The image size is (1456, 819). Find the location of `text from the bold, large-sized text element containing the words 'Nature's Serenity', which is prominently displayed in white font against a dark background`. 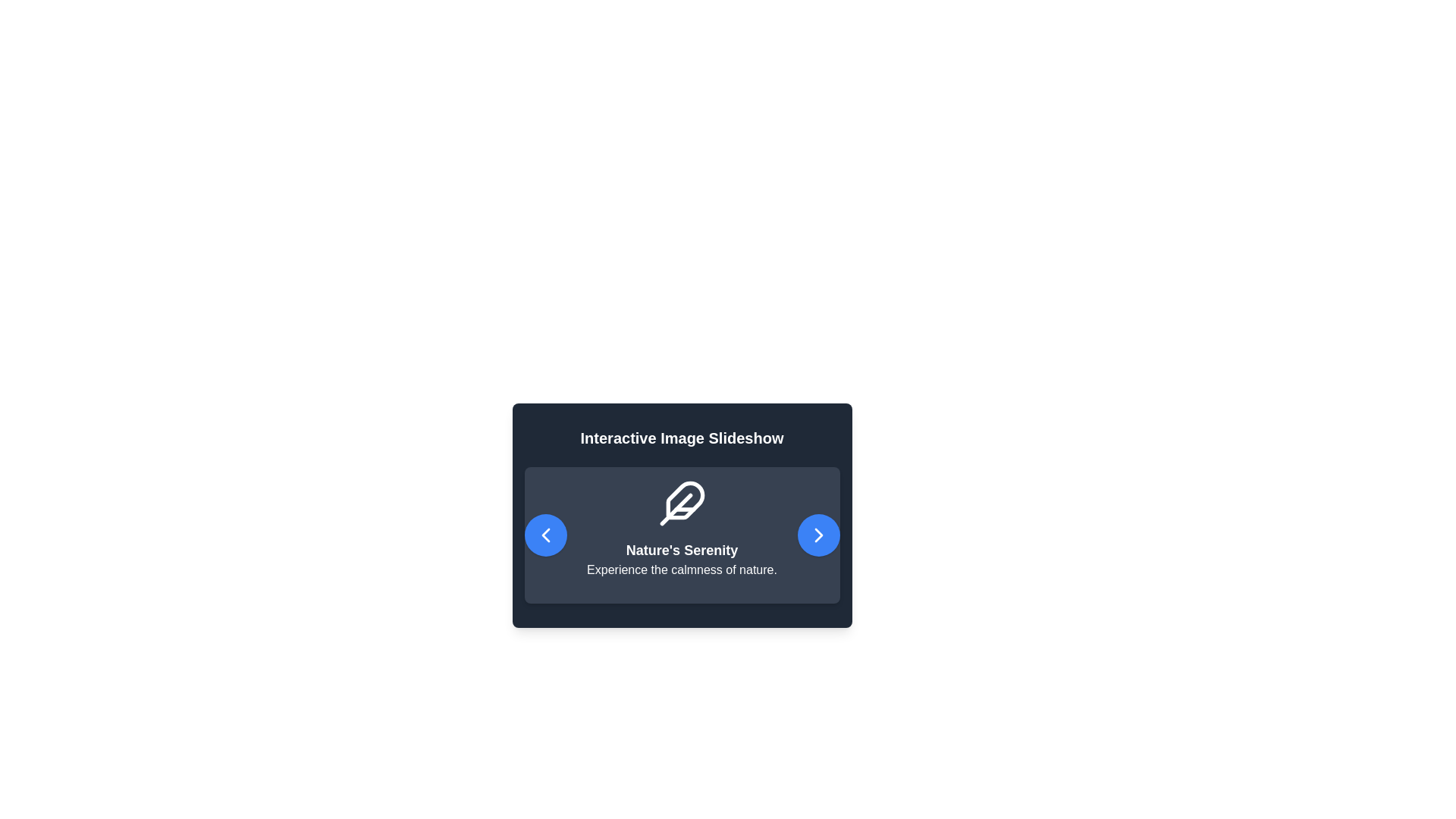

text from the bold, large-sized text element containing the words 'Nature's Serenity', which is prominently displayed in white font against a dark background is located at coordinates (681, 550).